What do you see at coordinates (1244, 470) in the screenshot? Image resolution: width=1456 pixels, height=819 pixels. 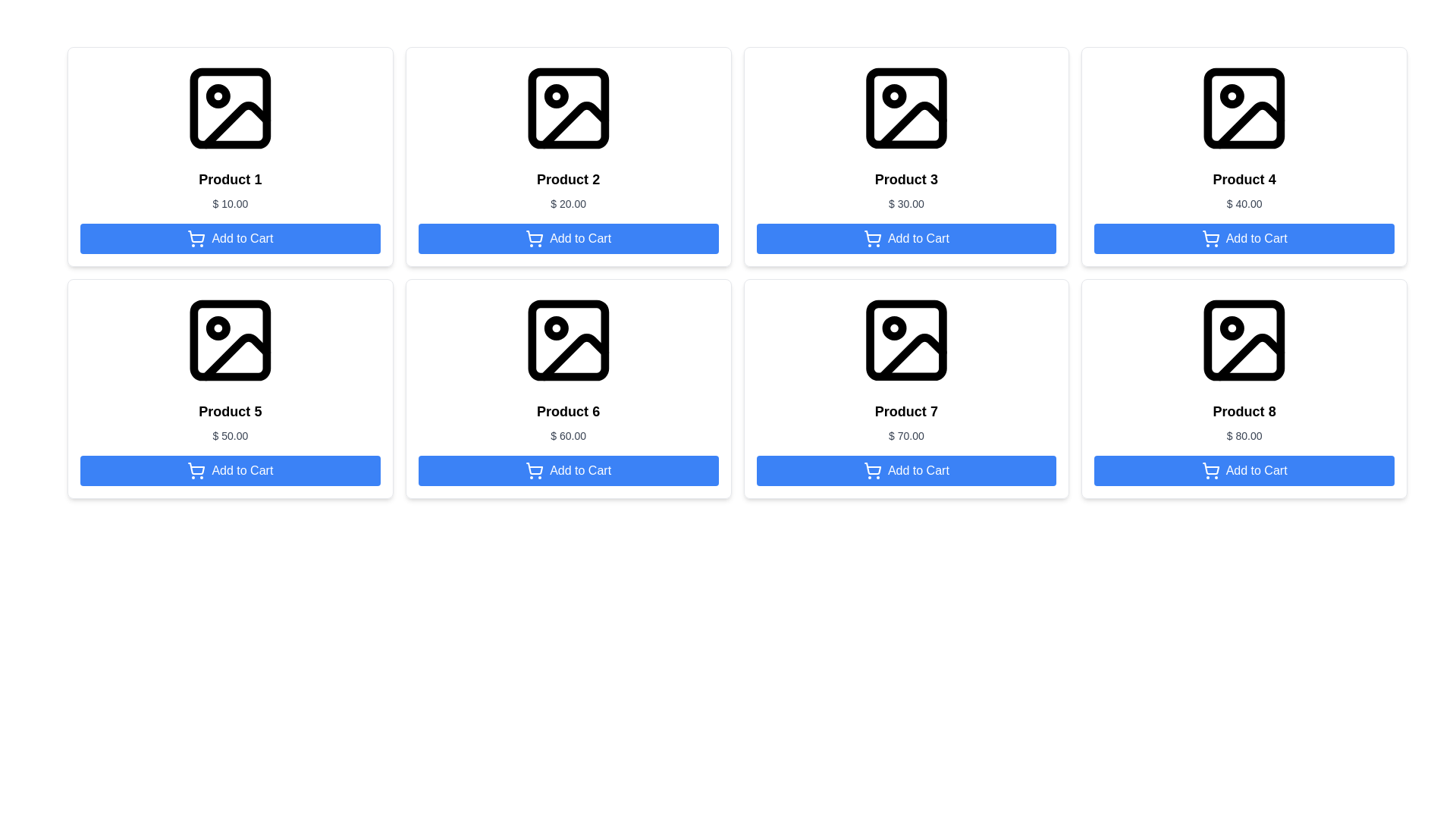 I see `the 'Add to Cart' button with a blue background and white text located at the bottom of the 'Product 8' card to change its background color` at bounding box center [1244, 470].